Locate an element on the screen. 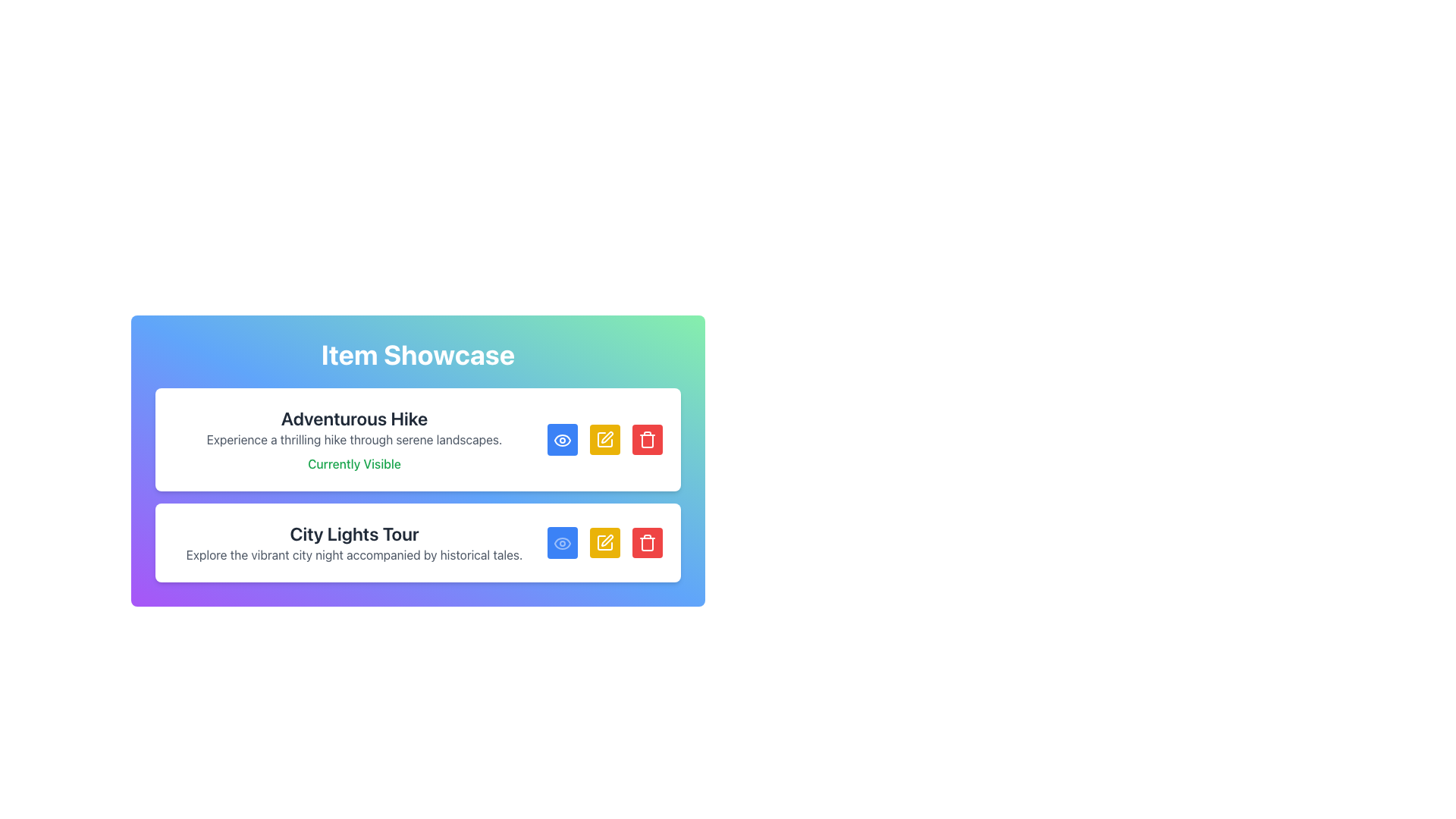  the Text Label indicating the visibility status of the related activity or feature located at the bottom of the card titled 'Adventurous Hike' is located at coordinates (353, 463).